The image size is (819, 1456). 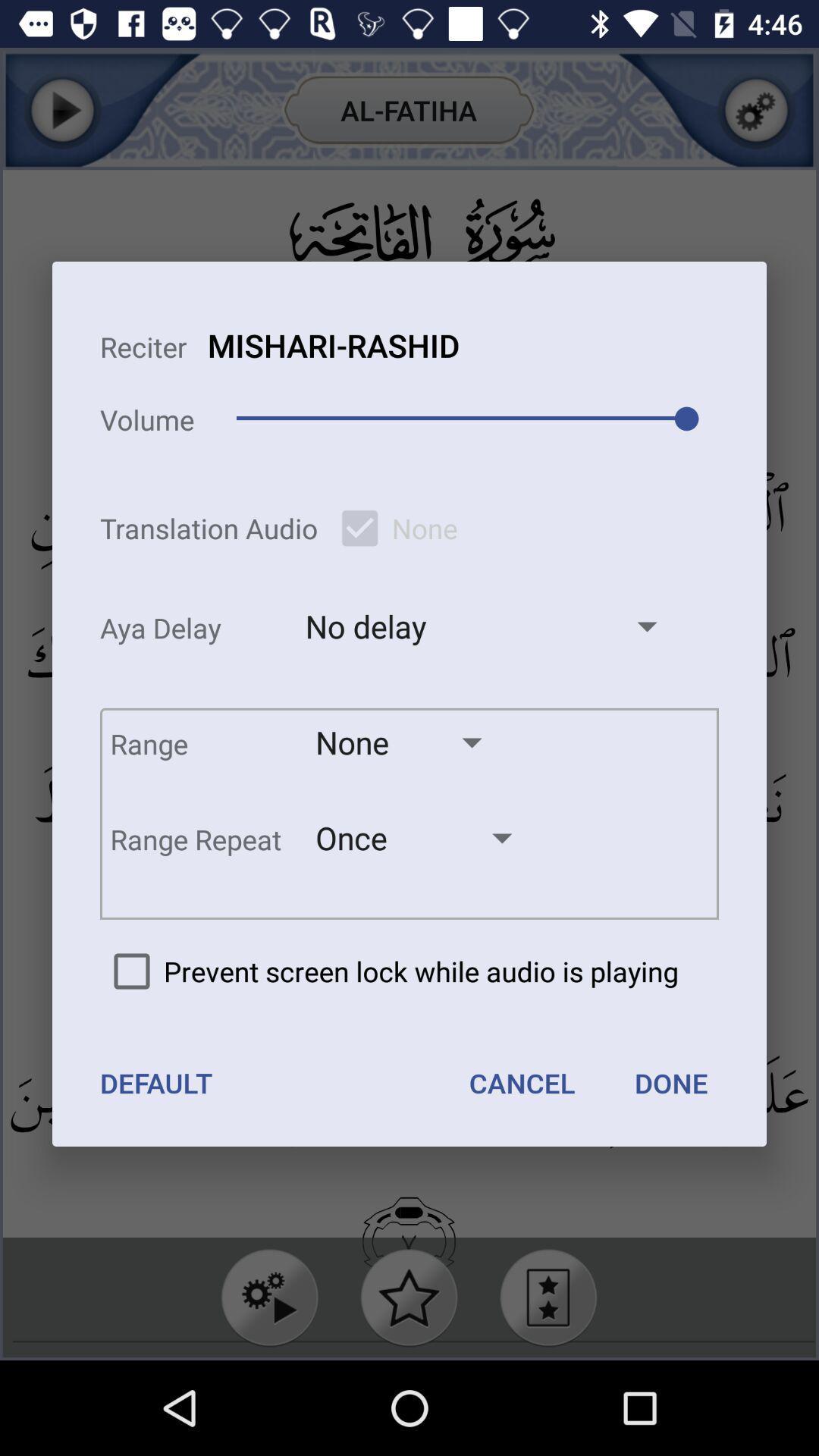 What do you see at coordinates (521, 1082) in the screenshot?
I see `item to the right of the default icon` at bounding box center [521, 1082].